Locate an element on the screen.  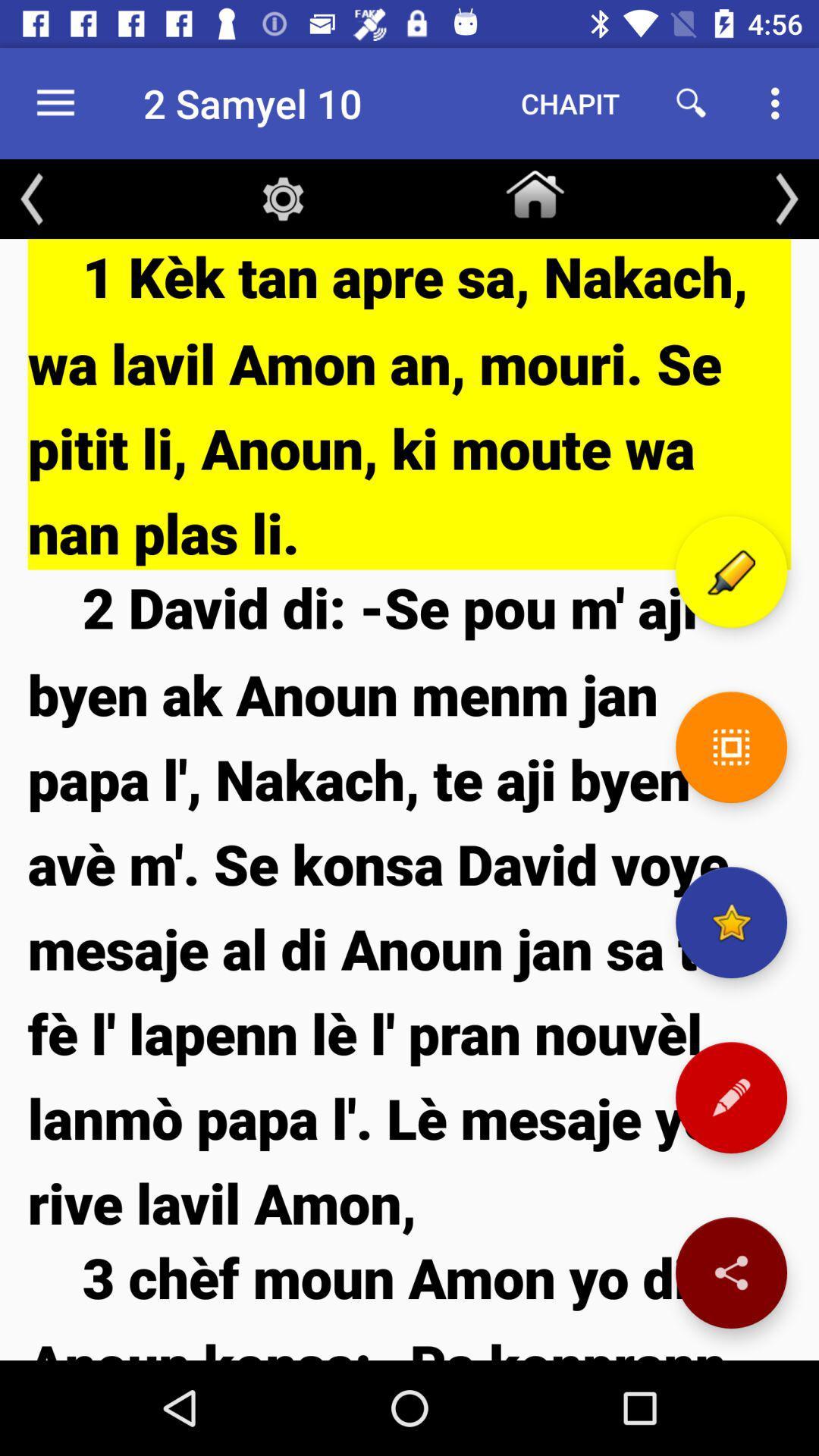
item to the right of the chapit is located at coordinates (691, 102).